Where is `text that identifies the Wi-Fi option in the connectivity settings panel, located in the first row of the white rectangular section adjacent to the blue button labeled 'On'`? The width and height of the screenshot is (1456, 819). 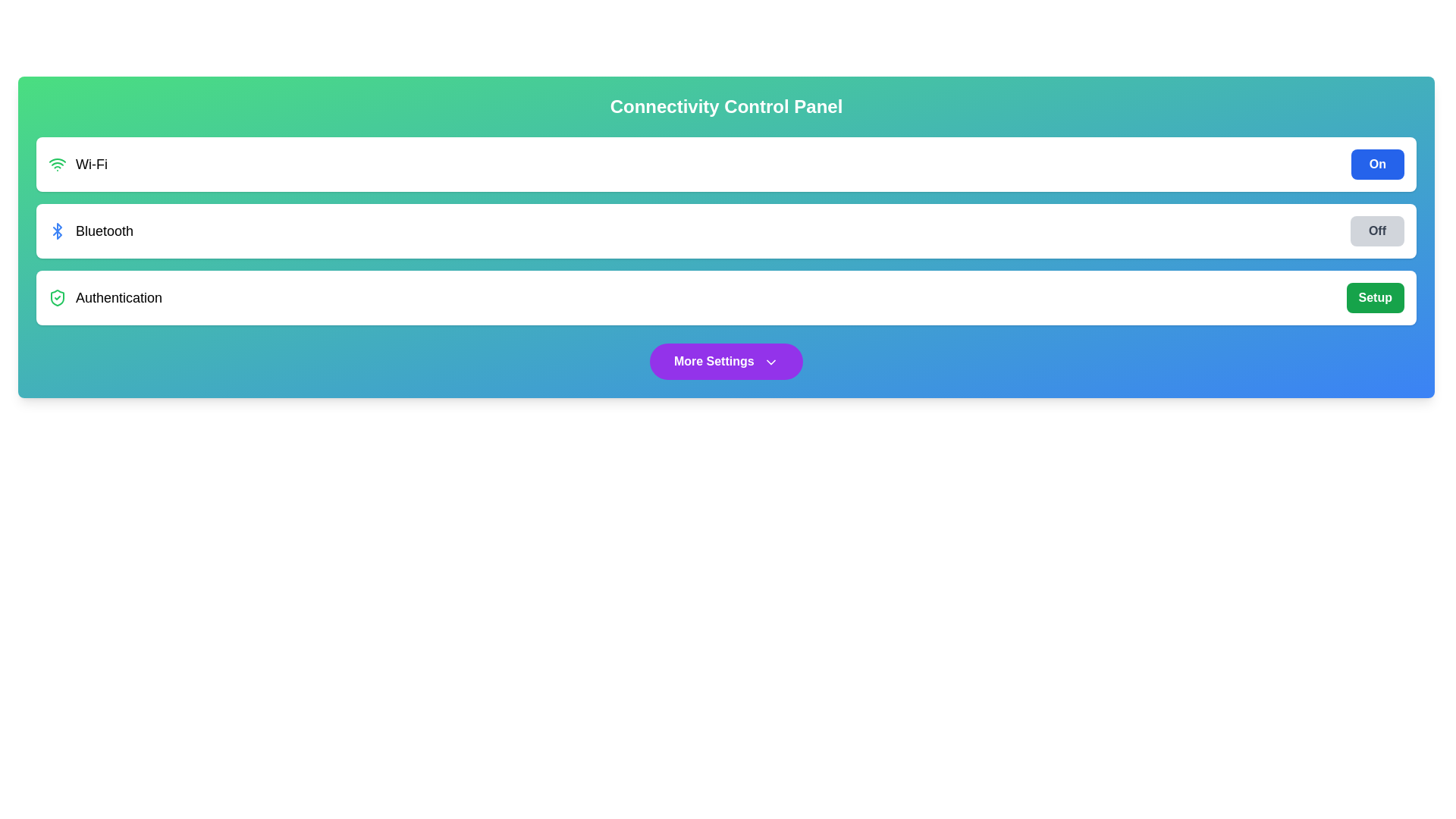
text that identifies the Wi-Fi option in the connectivity settings panel, located in the first row of the white rectangular section adjacent to the blue button labeled 'On' is located at coordinates (77, 164).